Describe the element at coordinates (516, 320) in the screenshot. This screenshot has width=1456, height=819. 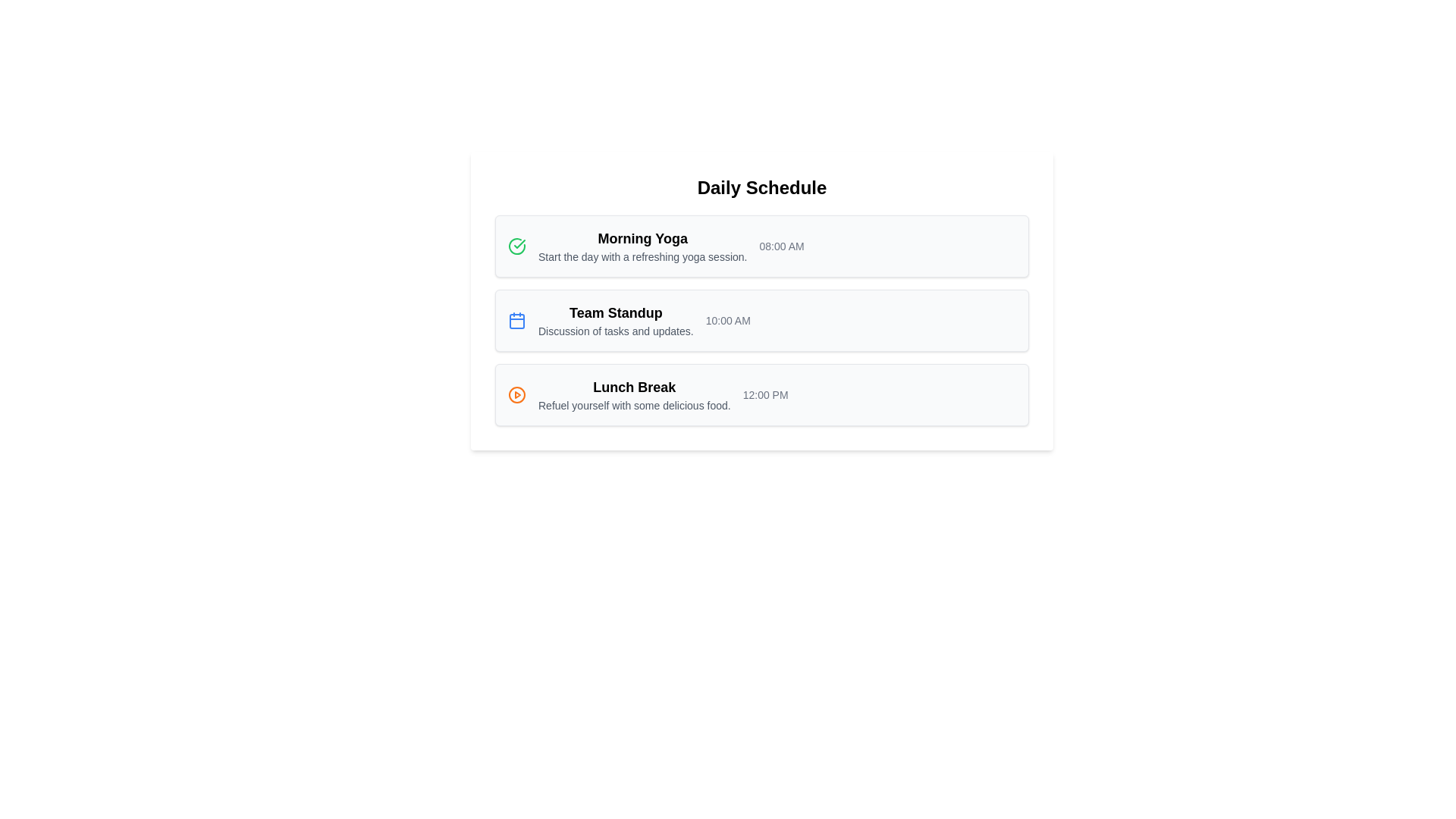
I see `the calendar icon representing the 'Team Standup' meeting scheduled at '10:00 AM' in the 'Daily Schedule' interface` at that location.